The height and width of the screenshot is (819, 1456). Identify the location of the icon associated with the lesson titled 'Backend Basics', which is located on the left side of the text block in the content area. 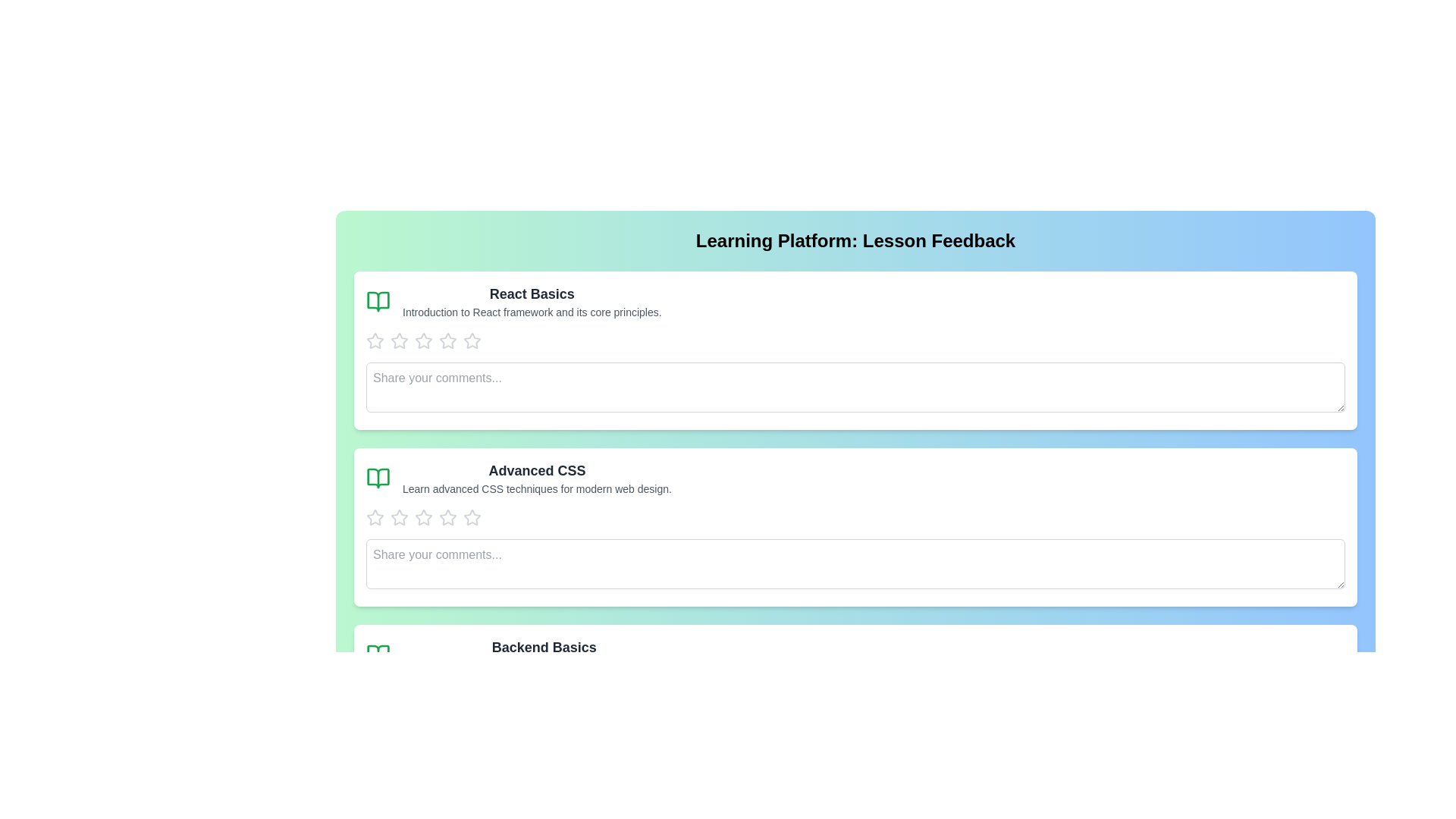
(378, 654).